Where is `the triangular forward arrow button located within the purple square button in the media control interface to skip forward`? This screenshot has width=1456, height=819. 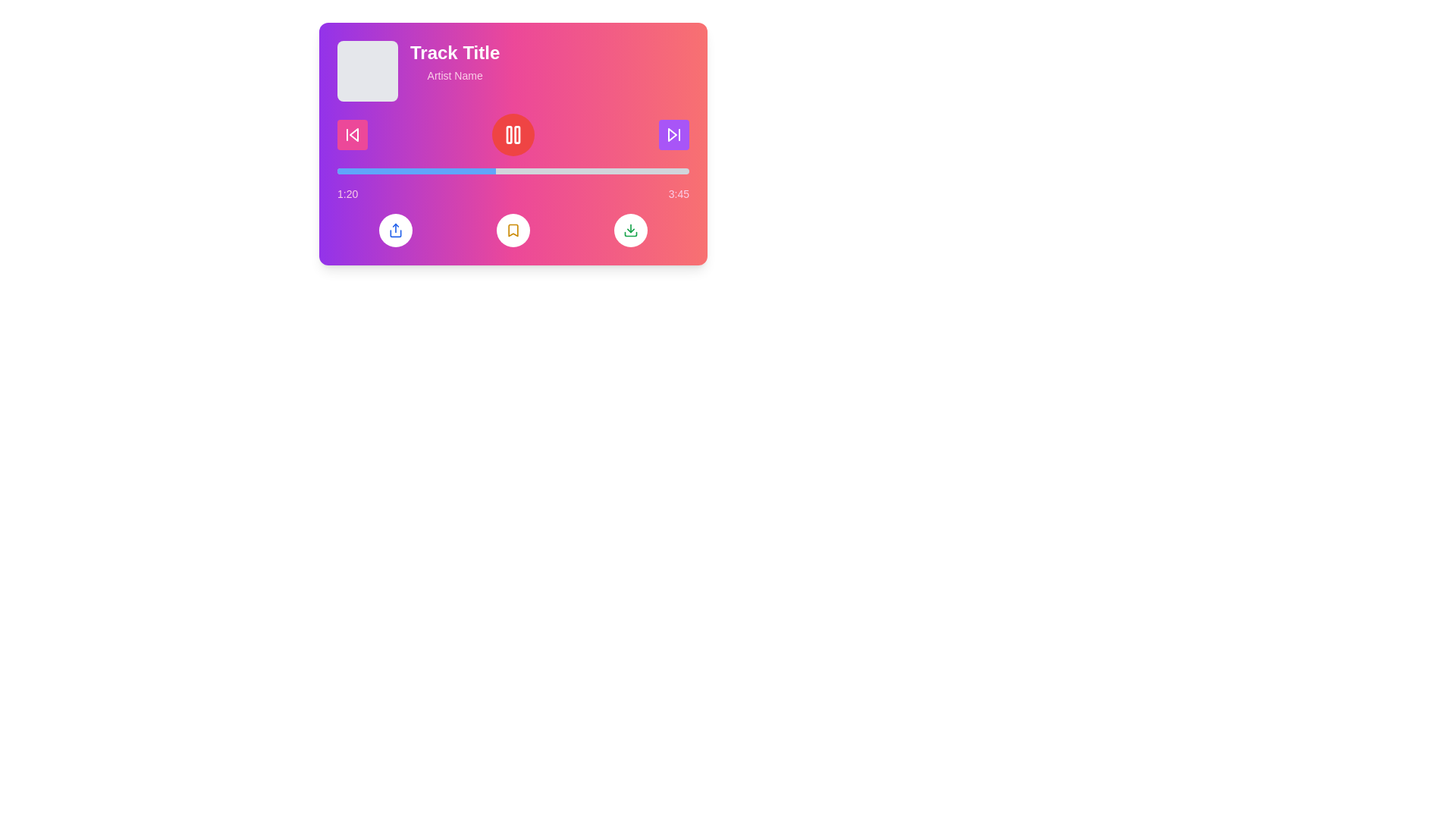 the triangular forward arrow button located within the purple square button in the media control interface to skip forward is located at coordinates (672, 133).